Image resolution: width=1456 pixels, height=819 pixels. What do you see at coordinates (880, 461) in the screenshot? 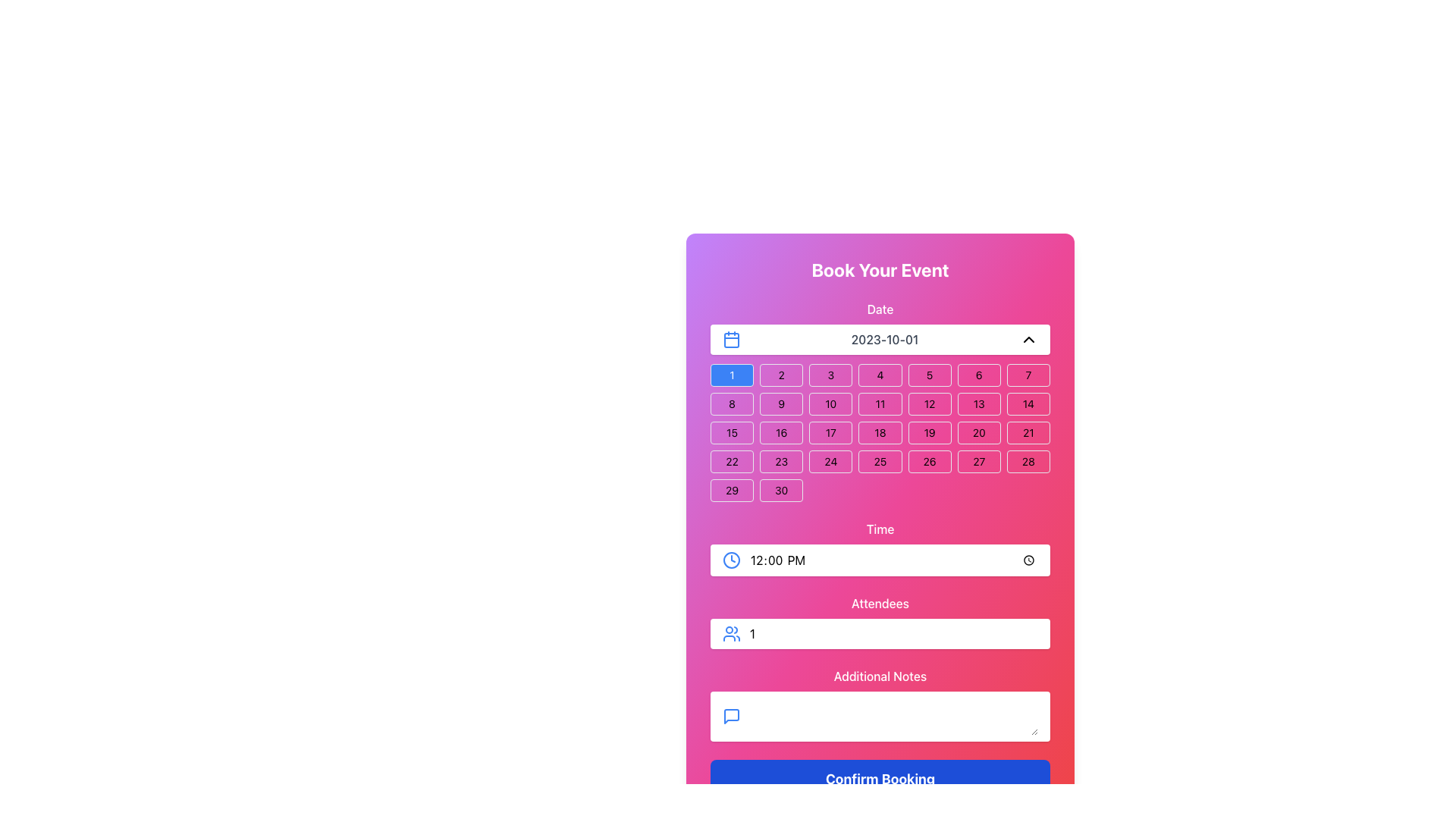
I see `the square button labeled '25' with a pink background and rounded border located in the fourth row and fourth column of the calendar grid` at bounding box center [880, 461].